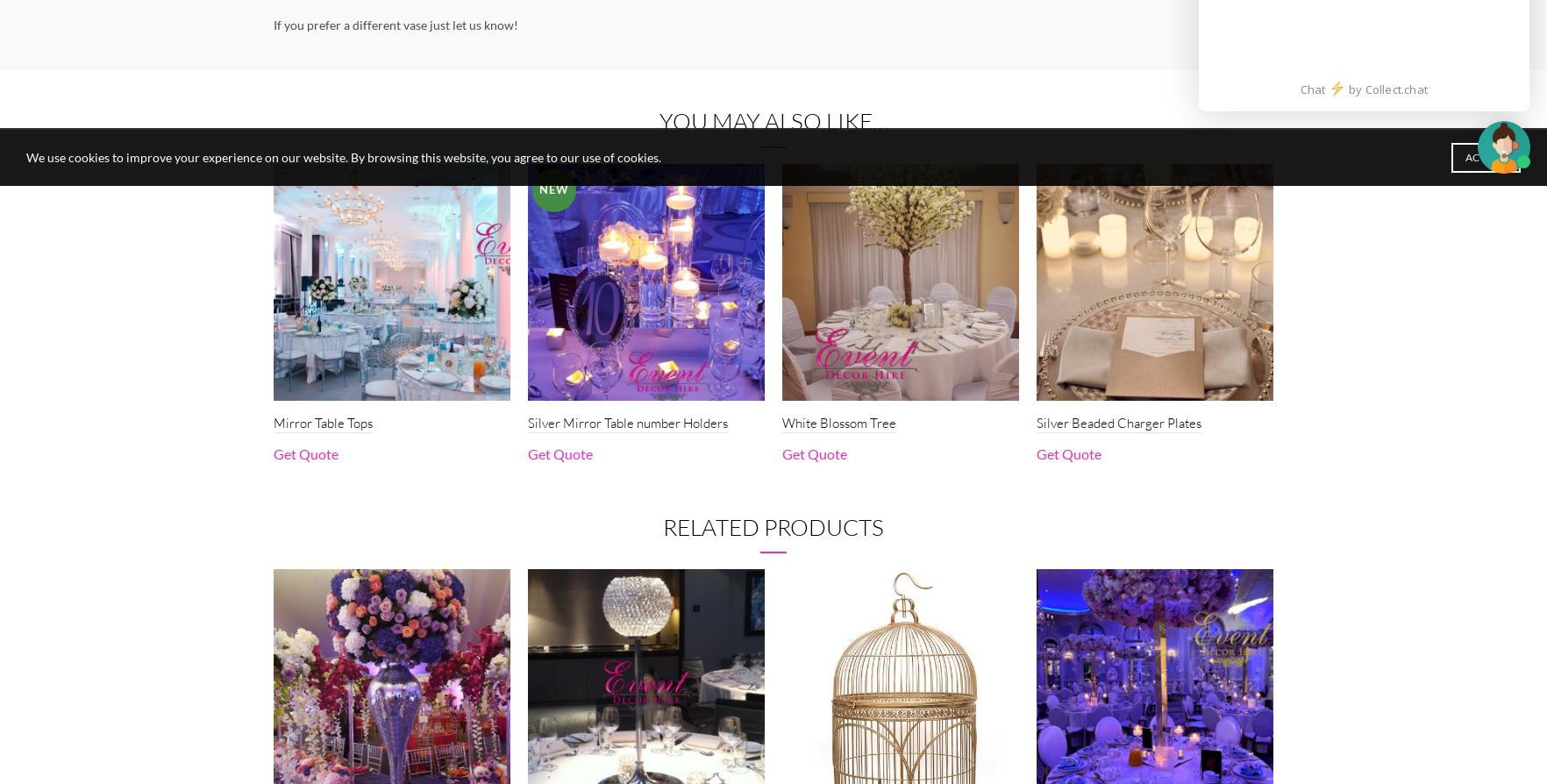 The image size is (1547, 784). What do you see at coordinates (773, 525) in the screenshot?
I see `'Related products'` at bounding box center [773, 525].